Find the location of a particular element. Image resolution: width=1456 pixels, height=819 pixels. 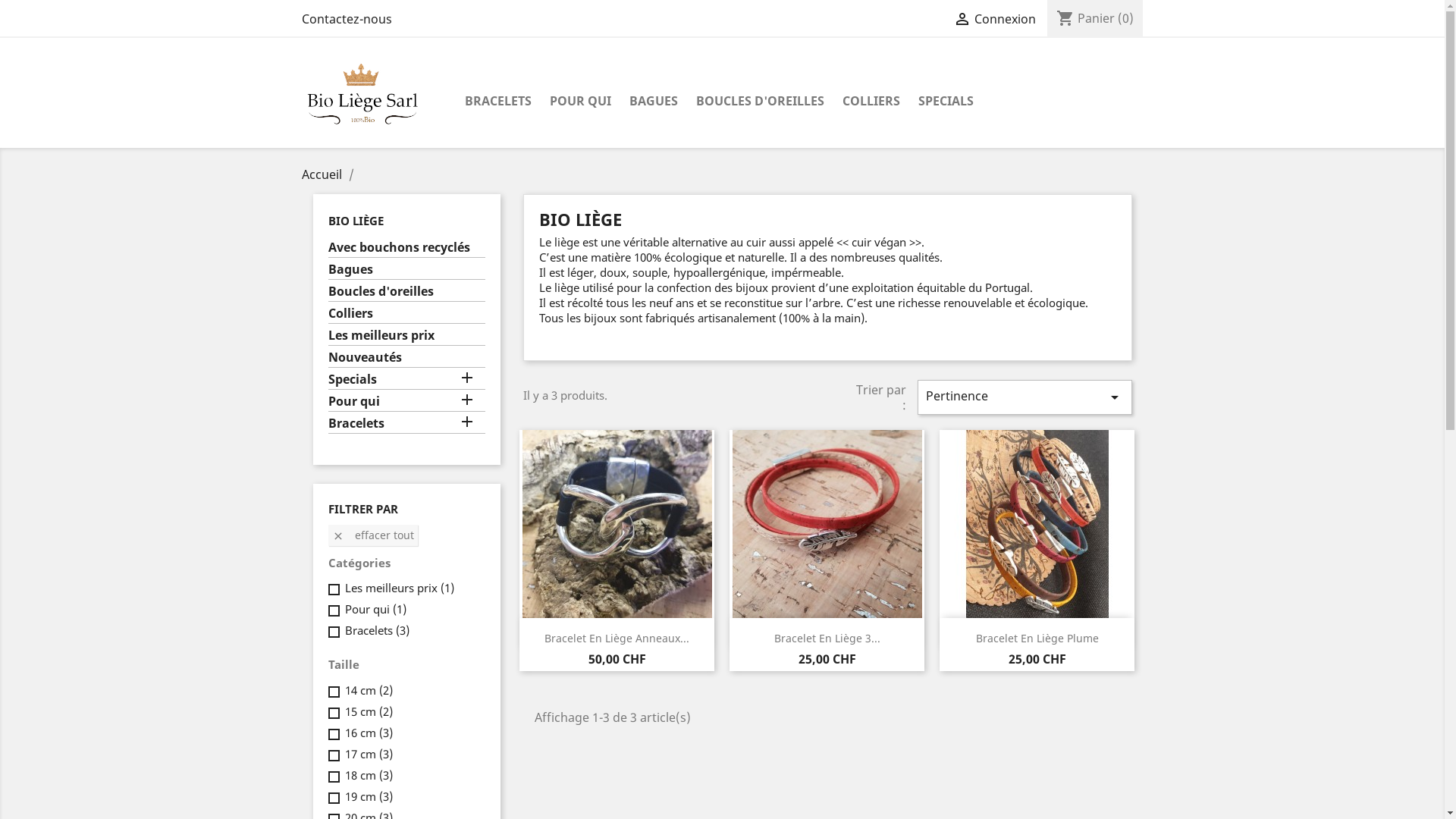

'Pour qui (1)' is located at coordinates (375, 607).